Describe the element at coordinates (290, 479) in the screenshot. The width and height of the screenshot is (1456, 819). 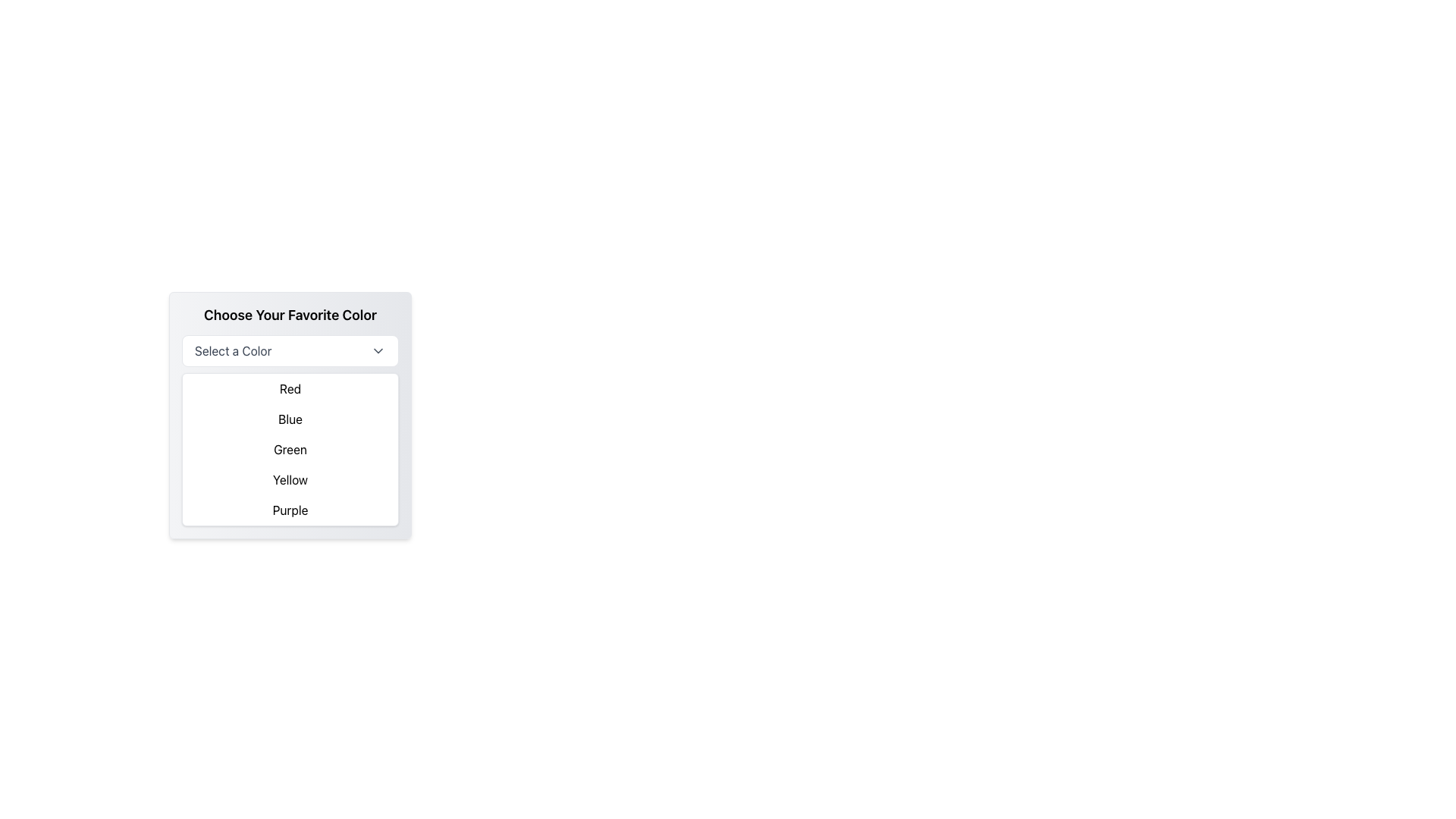
I see `the 'Yellow' list item in the dropdown menu` at that location.